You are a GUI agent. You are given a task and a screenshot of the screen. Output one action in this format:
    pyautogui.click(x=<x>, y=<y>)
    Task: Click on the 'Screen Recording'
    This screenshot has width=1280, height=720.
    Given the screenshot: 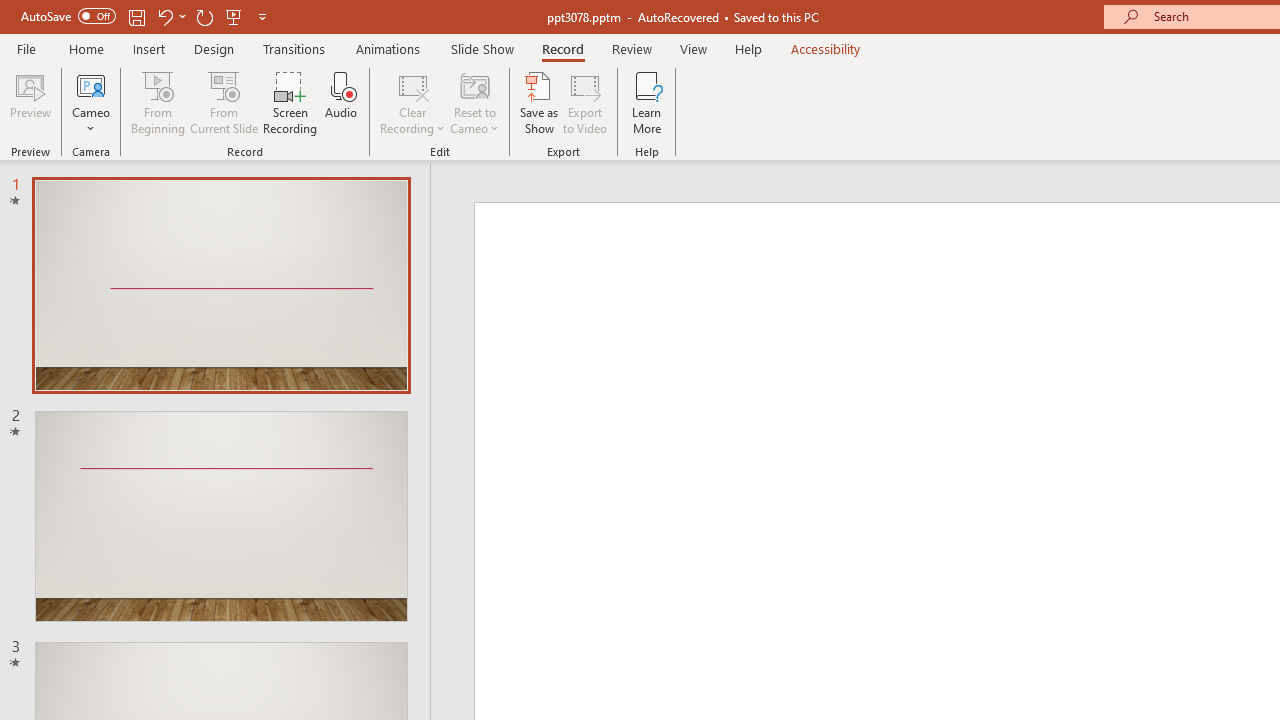 What is the action you would take?
    pyautogui.click(x=289, y=103)
    